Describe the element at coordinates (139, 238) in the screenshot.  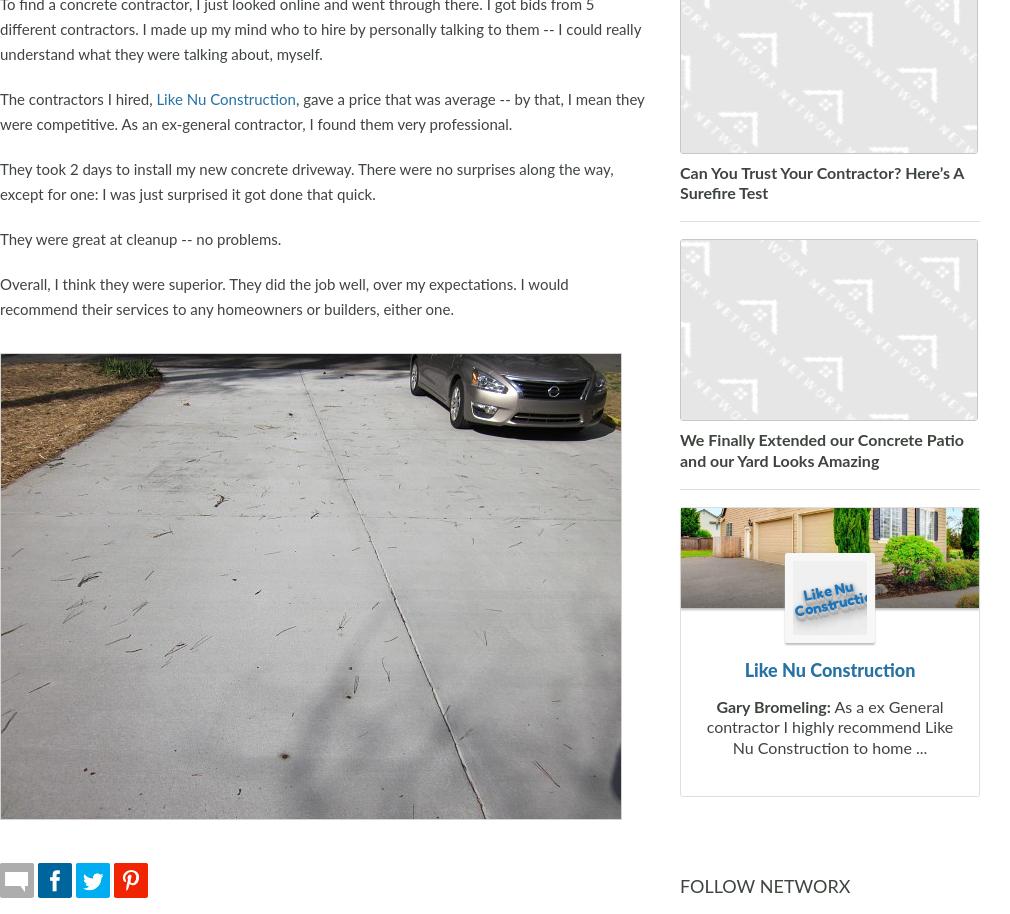
I see `'They were great at cleanup -- no problems.'` at that location.